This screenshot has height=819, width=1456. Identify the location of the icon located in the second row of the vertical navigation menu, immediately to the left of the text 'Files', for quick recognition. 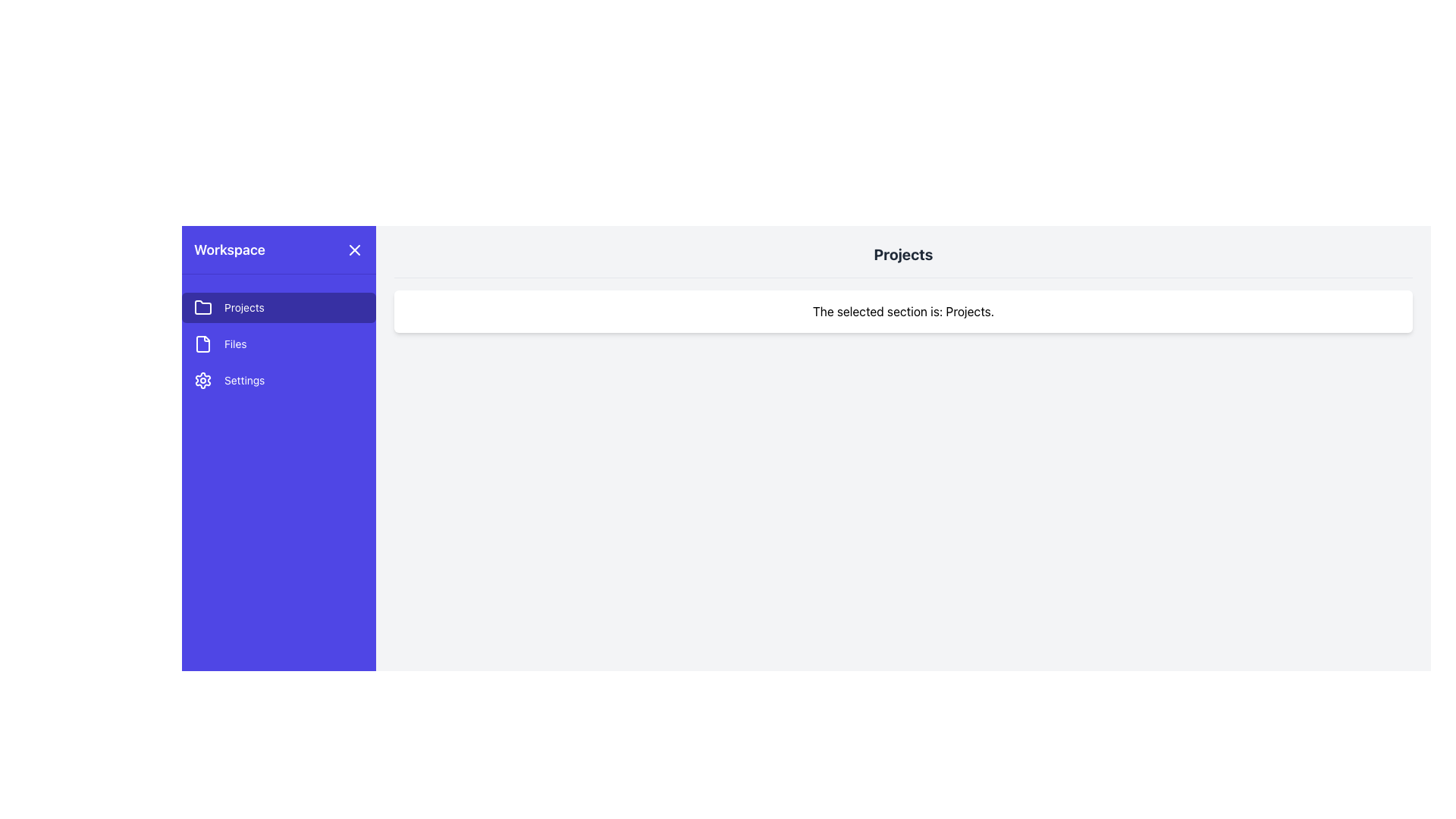
(202, 344).